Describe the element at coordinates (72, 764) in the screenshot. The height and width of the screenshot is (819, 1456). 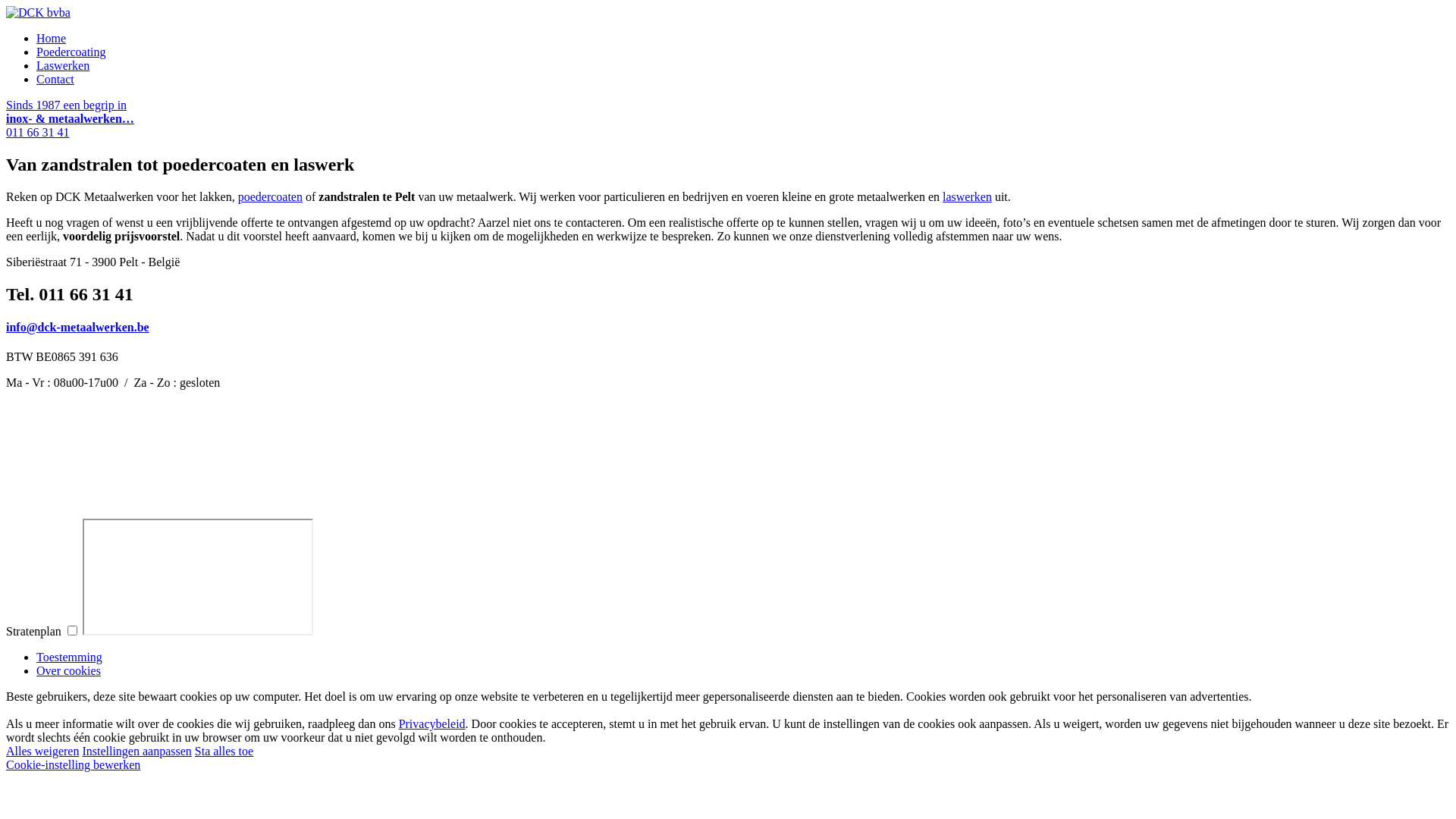
I see `'Cookie-instelling bewerken'` at that location.